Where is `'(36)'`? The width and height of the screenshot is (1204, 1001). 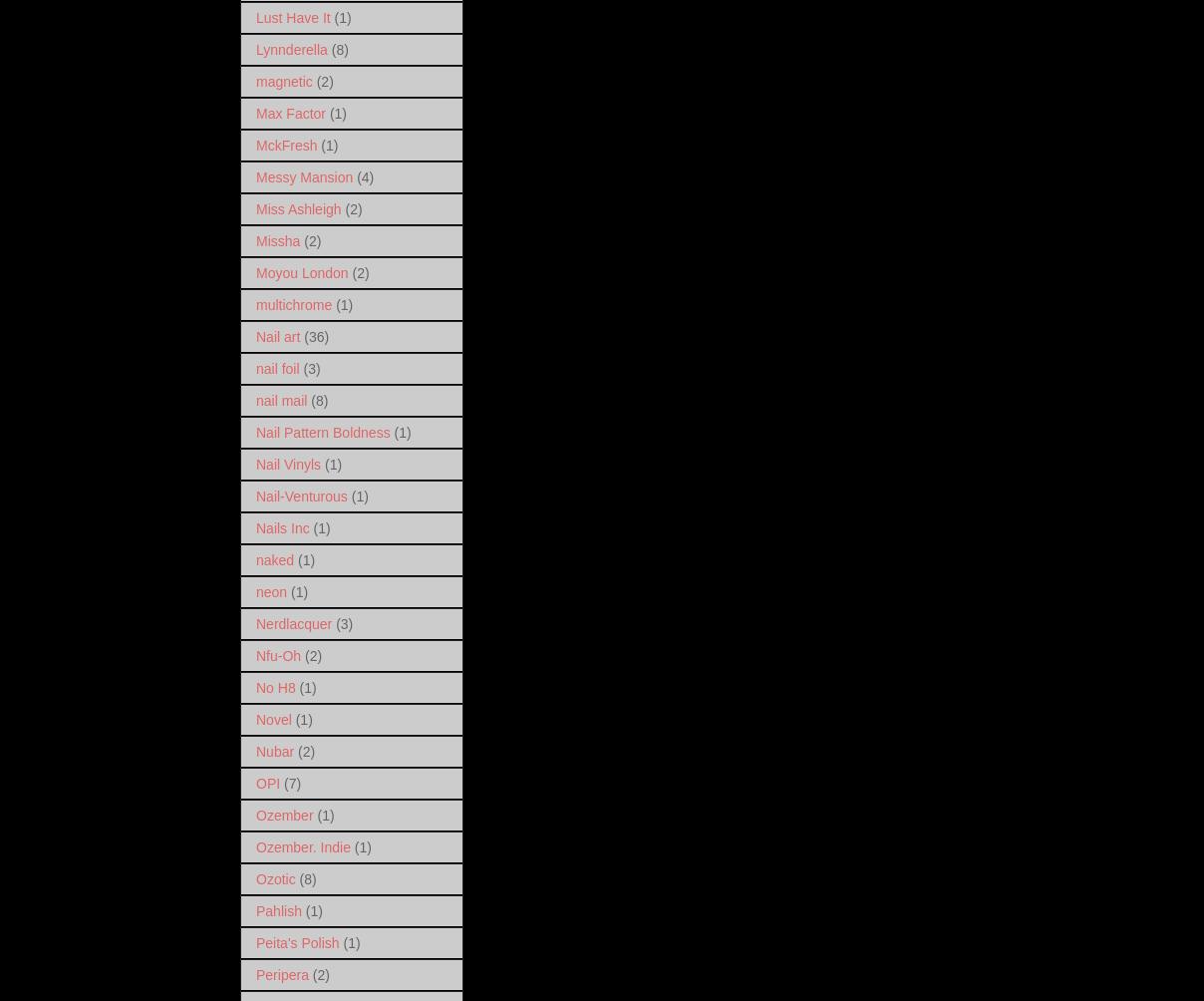 '(36)' is located at coordinates (303, 336).